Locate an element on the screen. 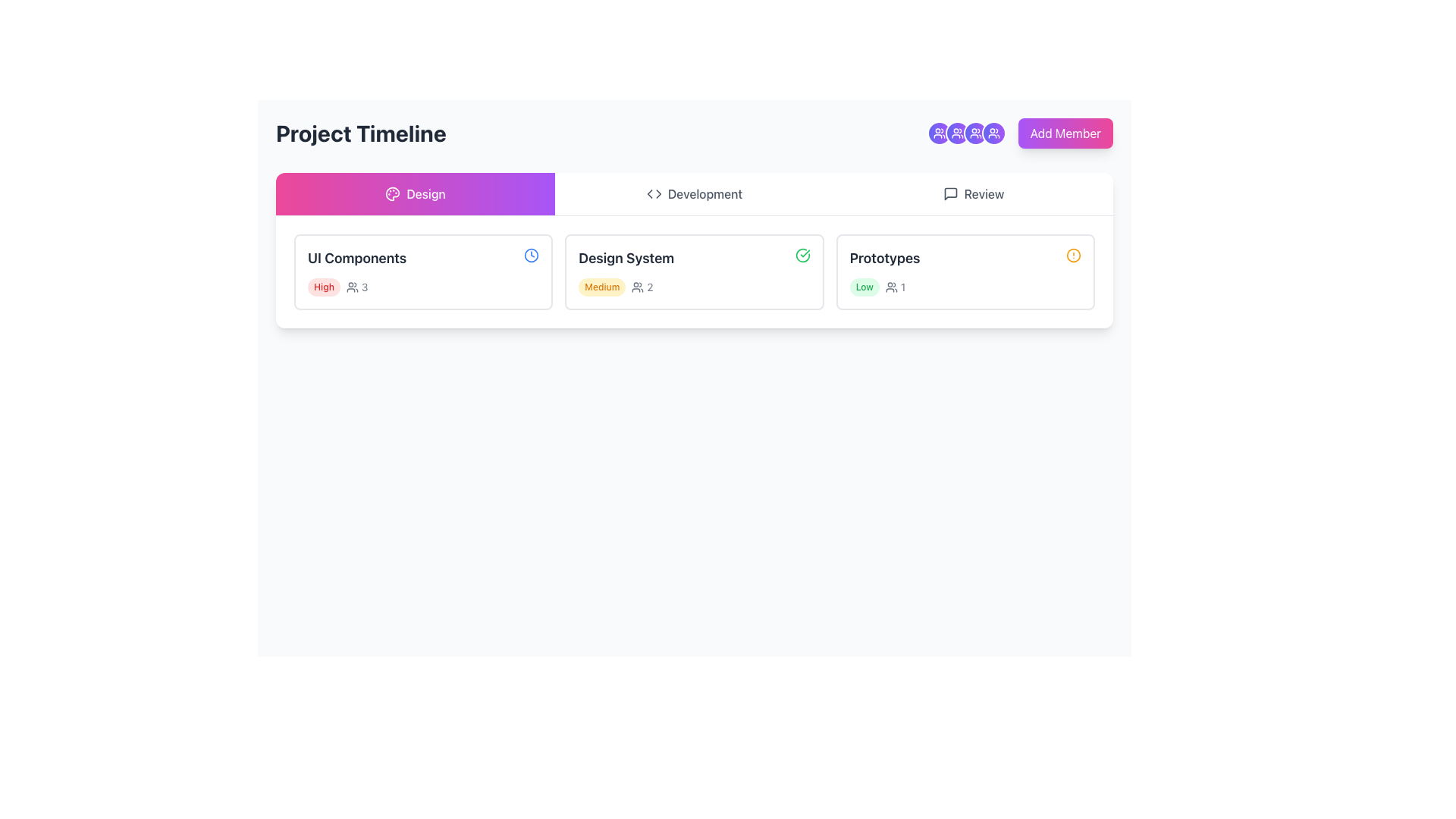 This screenshot has width=1456, height=819. the icon representing two user silhouettes, which has a gray outline and is positioned to the left of the text displaying the number '2' is located at coordinates (638, 287).